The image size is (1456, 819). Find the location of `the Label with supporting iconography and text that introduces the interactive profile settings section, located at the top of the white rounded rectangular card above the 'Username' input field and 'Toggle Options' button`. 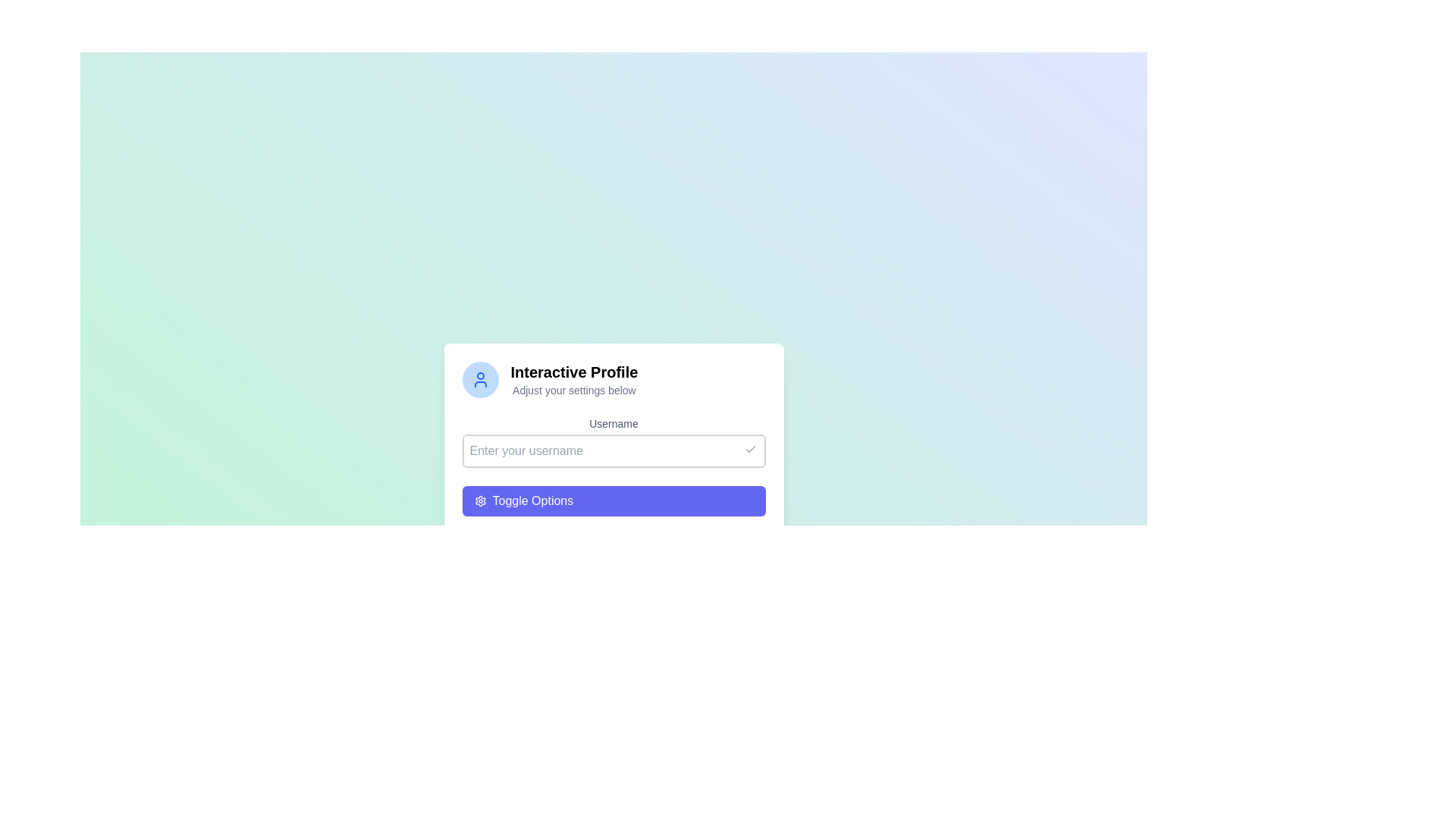

the Label with supporting iconography and text that introduces the interactive profile settings section, located at the top of the white rounded rectangular card above the 'Username' input field and 'Toggle Options' button is located at coordinates (613, 379).